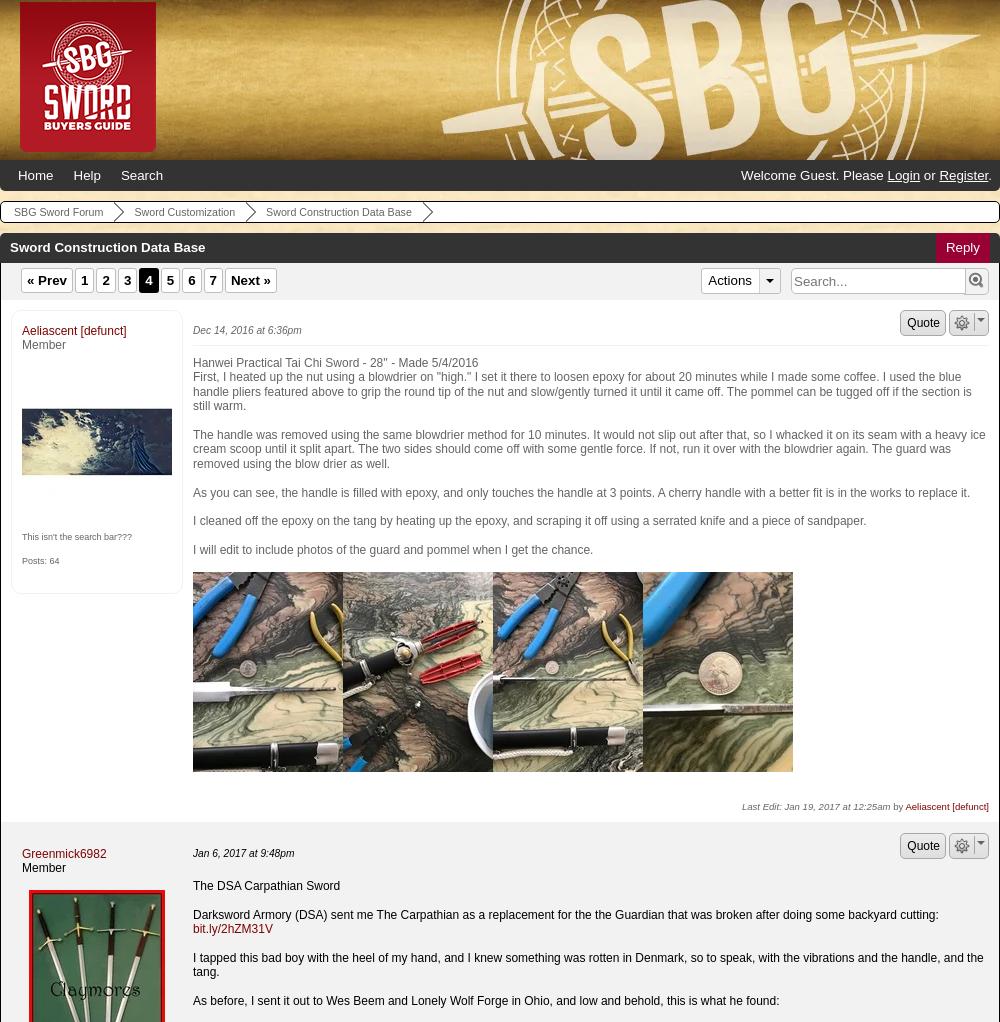  What do you see at coordinates (148, 280) in the screenshot?
I see `'4'` at bounding box center [148, 280].